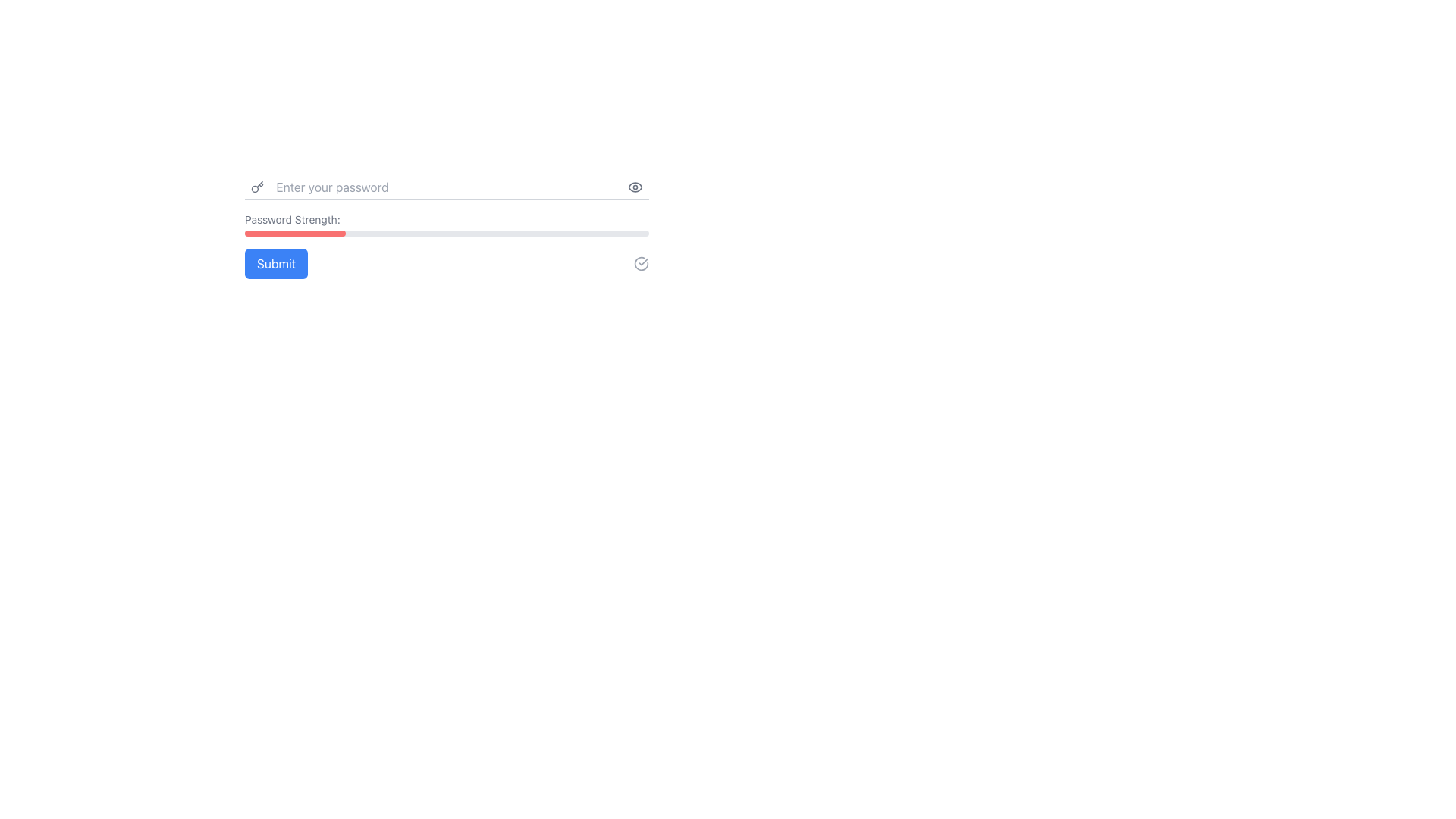  What do you see at coordinates (635, 186) in the screenshot?
I see `the Interactive icon` at bounding box center [635, 186].